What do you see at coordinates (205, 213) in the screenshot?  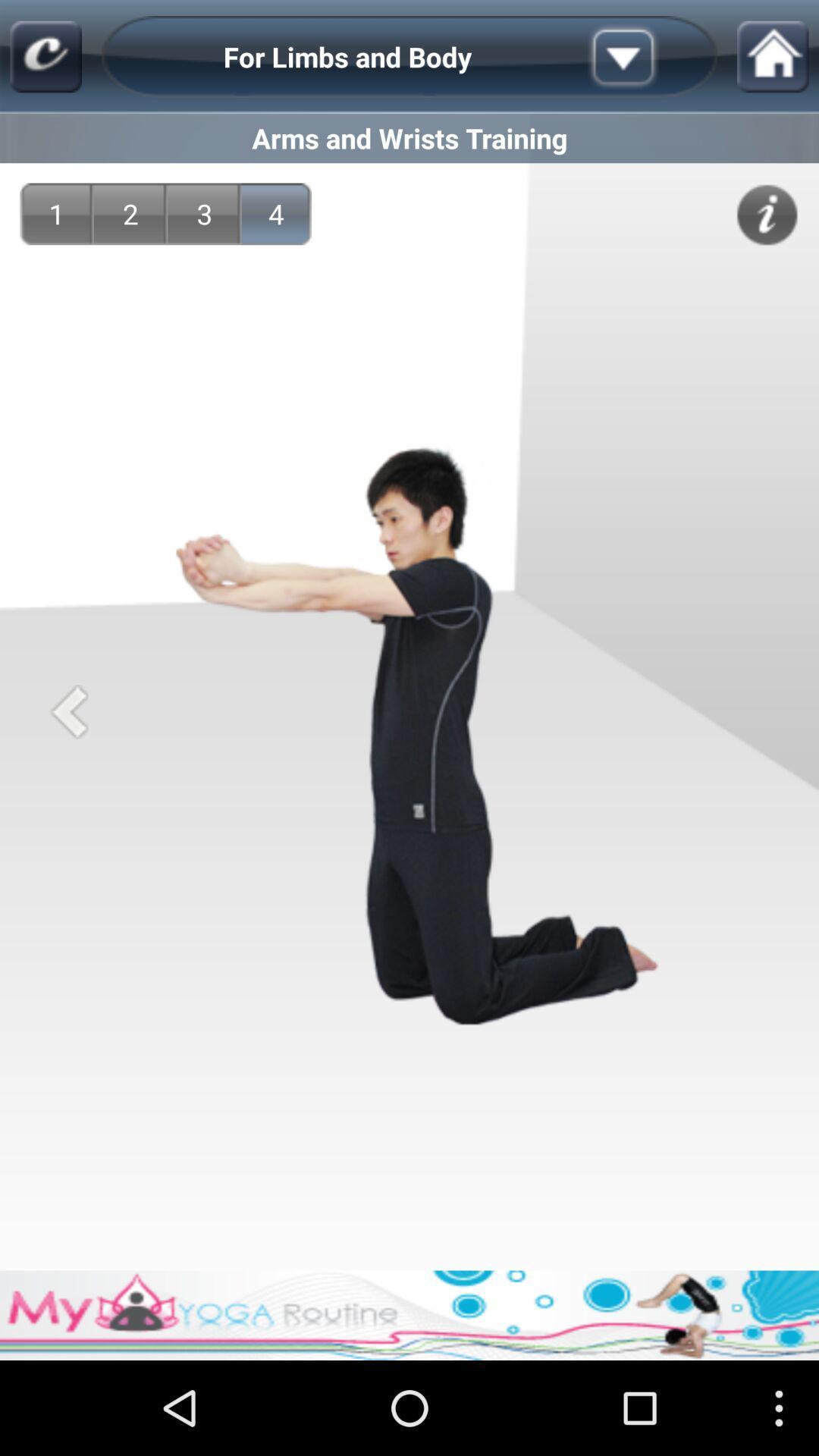 I see `app to the left of the 4 icon` at bounding box center [205, 213].